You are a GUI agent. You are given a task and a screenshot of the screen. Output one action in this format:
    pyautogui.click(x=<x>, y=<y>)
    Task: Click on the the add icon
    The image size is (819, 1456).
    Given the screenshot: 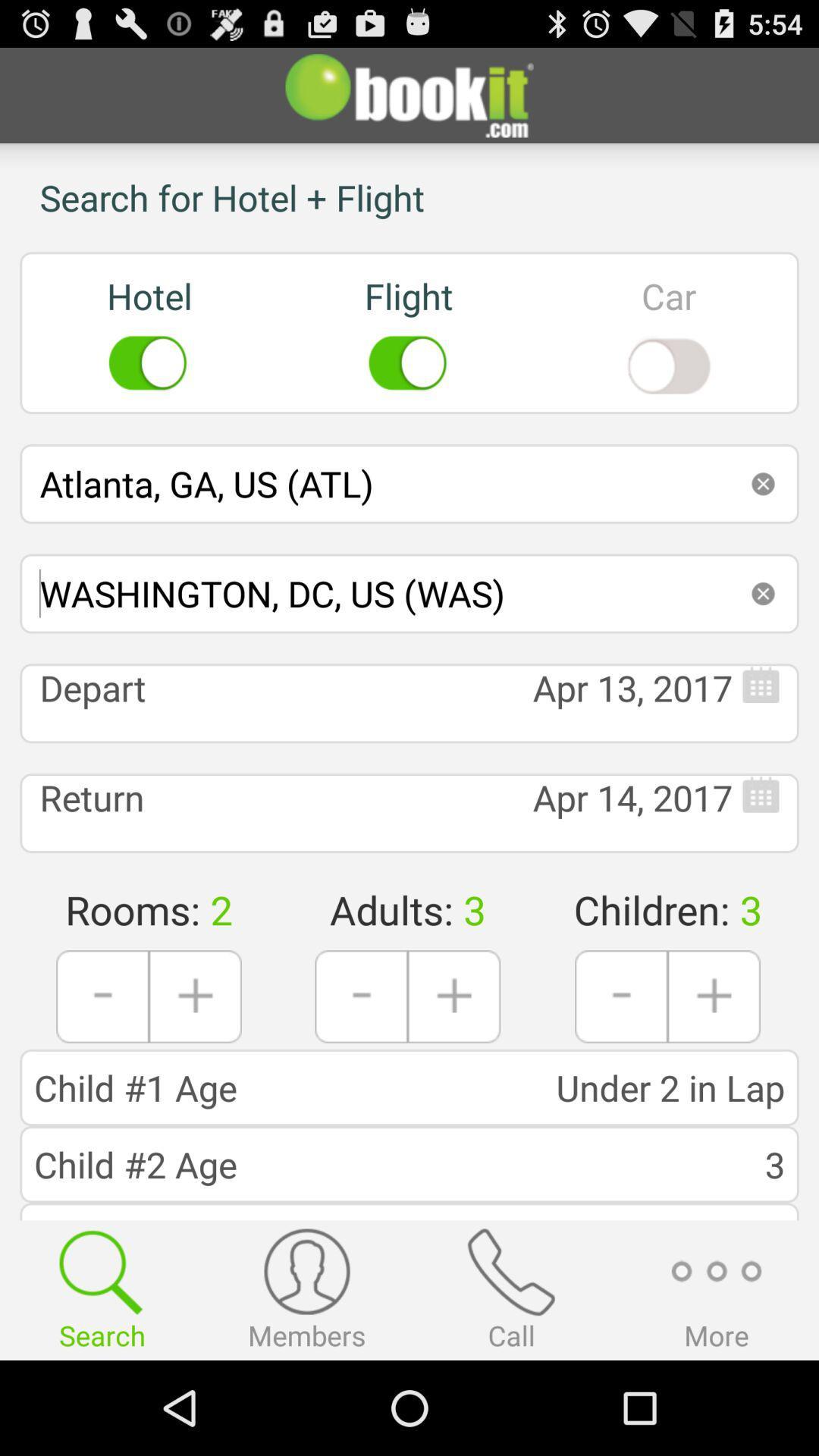 What is the action you would take?
    pyautogui.click(x=194, y=1065)
    